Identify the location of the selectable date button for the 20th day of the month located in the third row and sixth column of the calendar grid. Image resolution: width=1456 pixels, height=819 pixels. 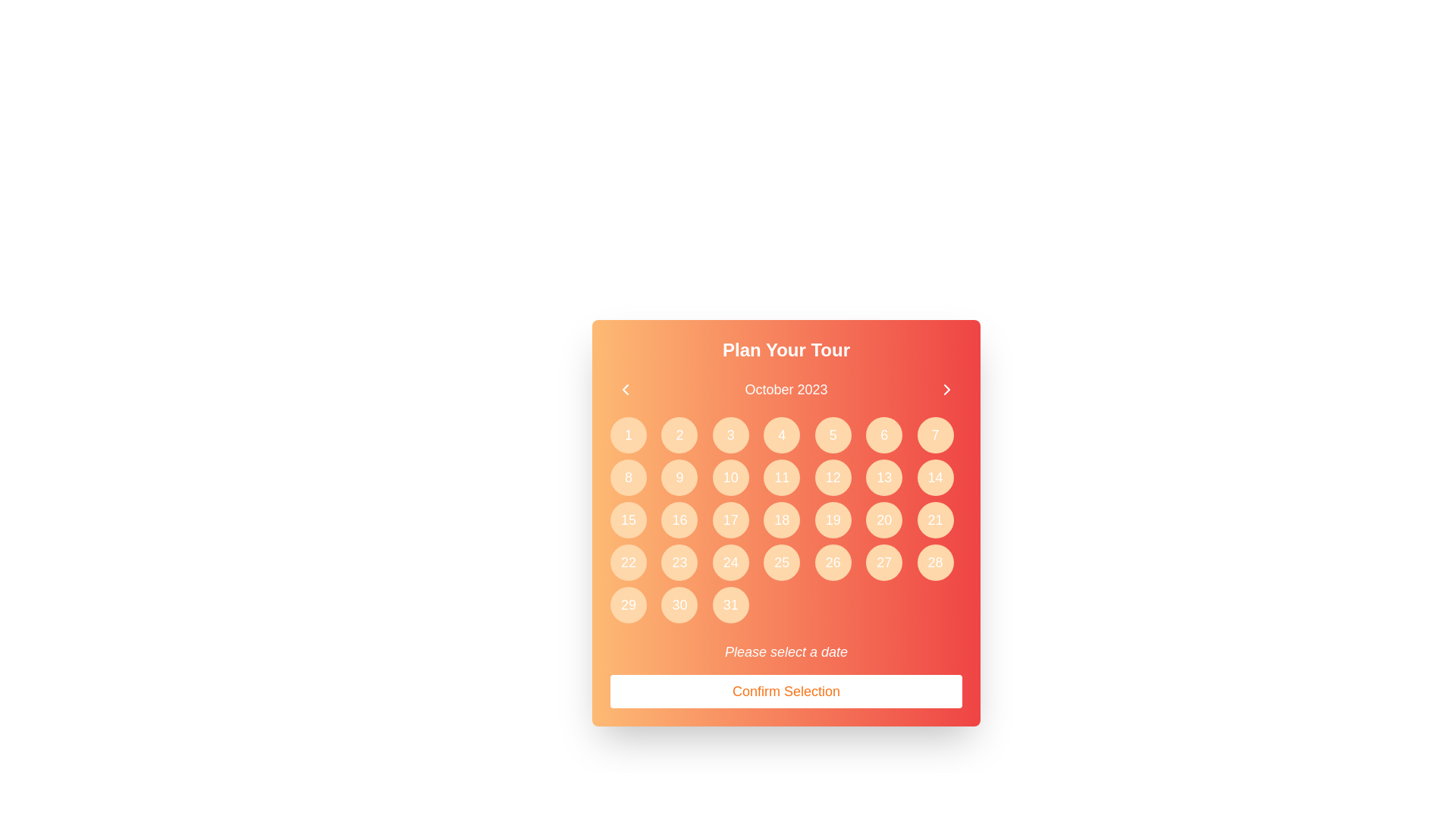
(884, 519).